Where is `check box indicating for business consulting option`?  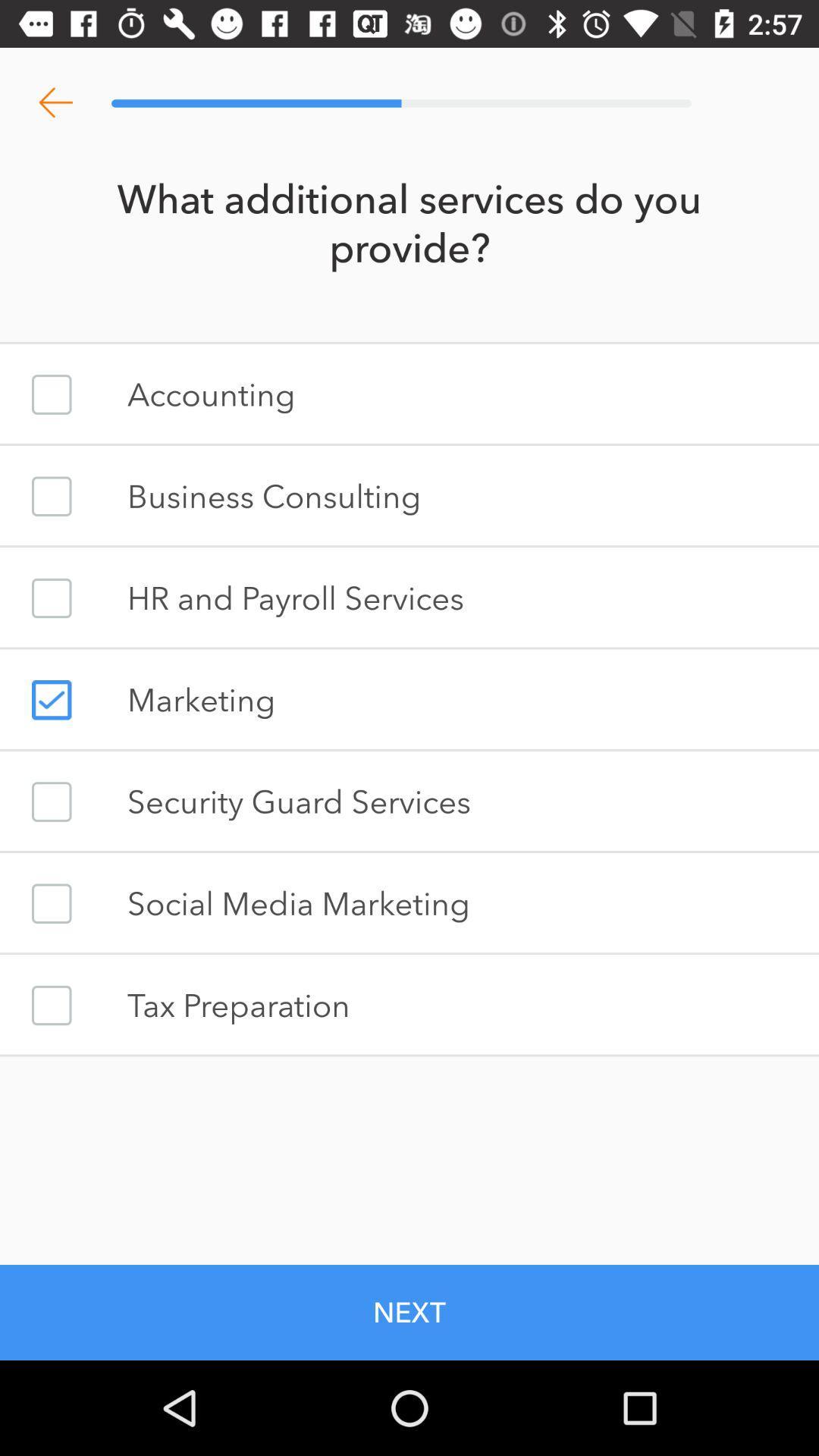 check box indicating for business consulting option is located at coordinates (51, 496).